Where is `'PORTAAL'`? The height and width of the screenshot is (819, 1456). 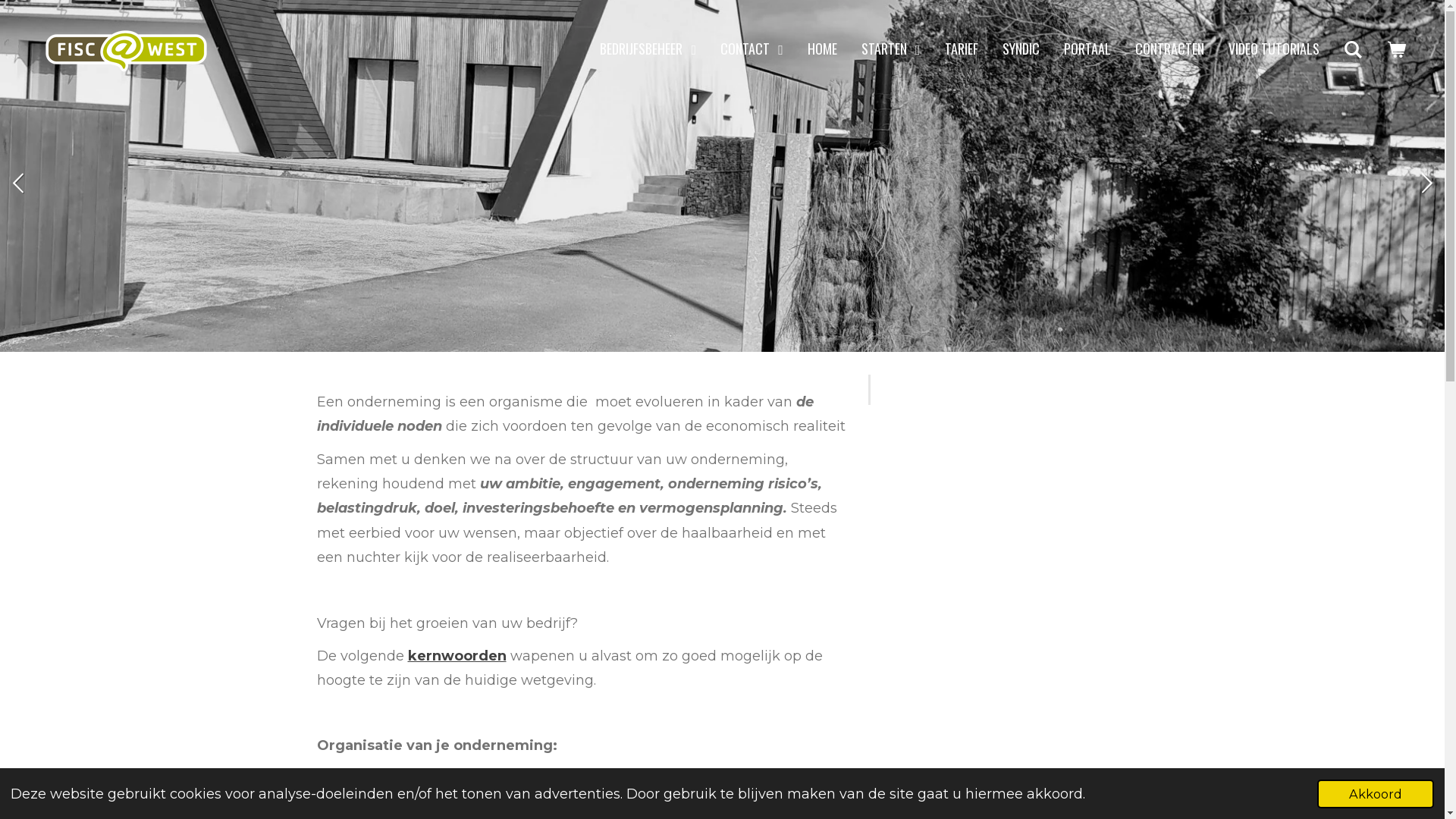 'PORTAAL' is located at coordinates (1055, 48).